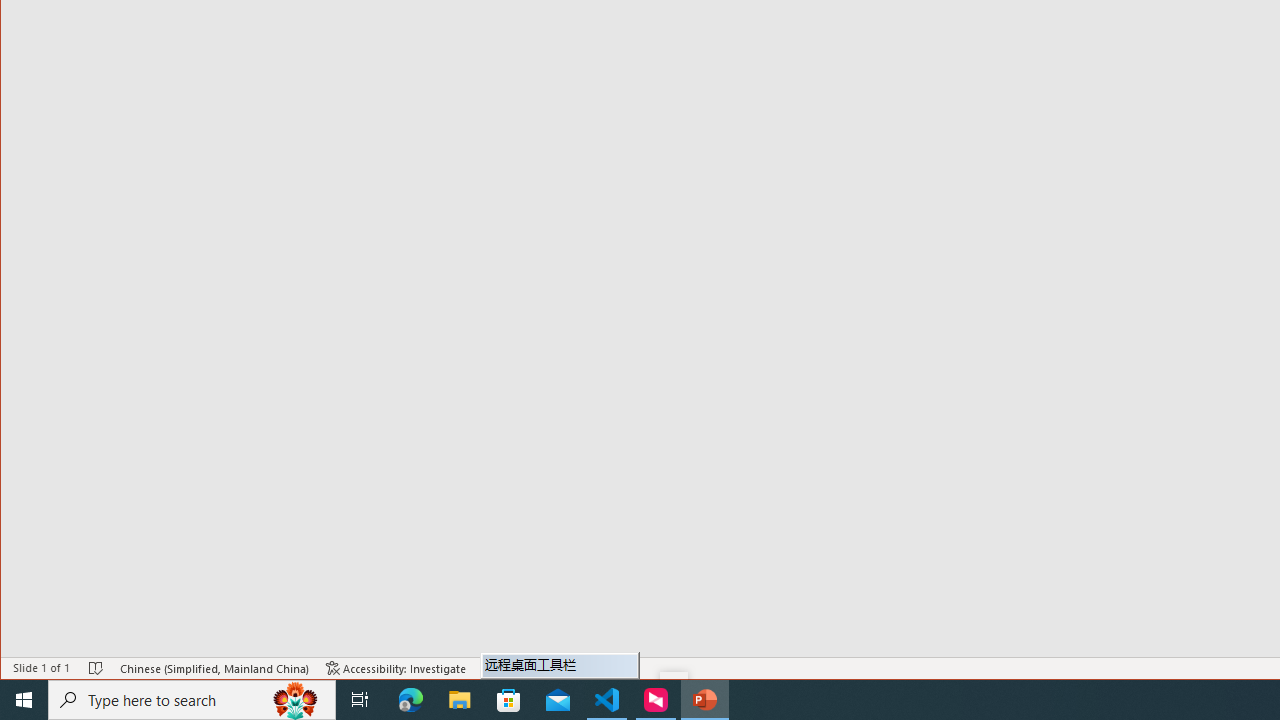  I want to click on 'PowerPoint - 1 running window', so click(705, 698).